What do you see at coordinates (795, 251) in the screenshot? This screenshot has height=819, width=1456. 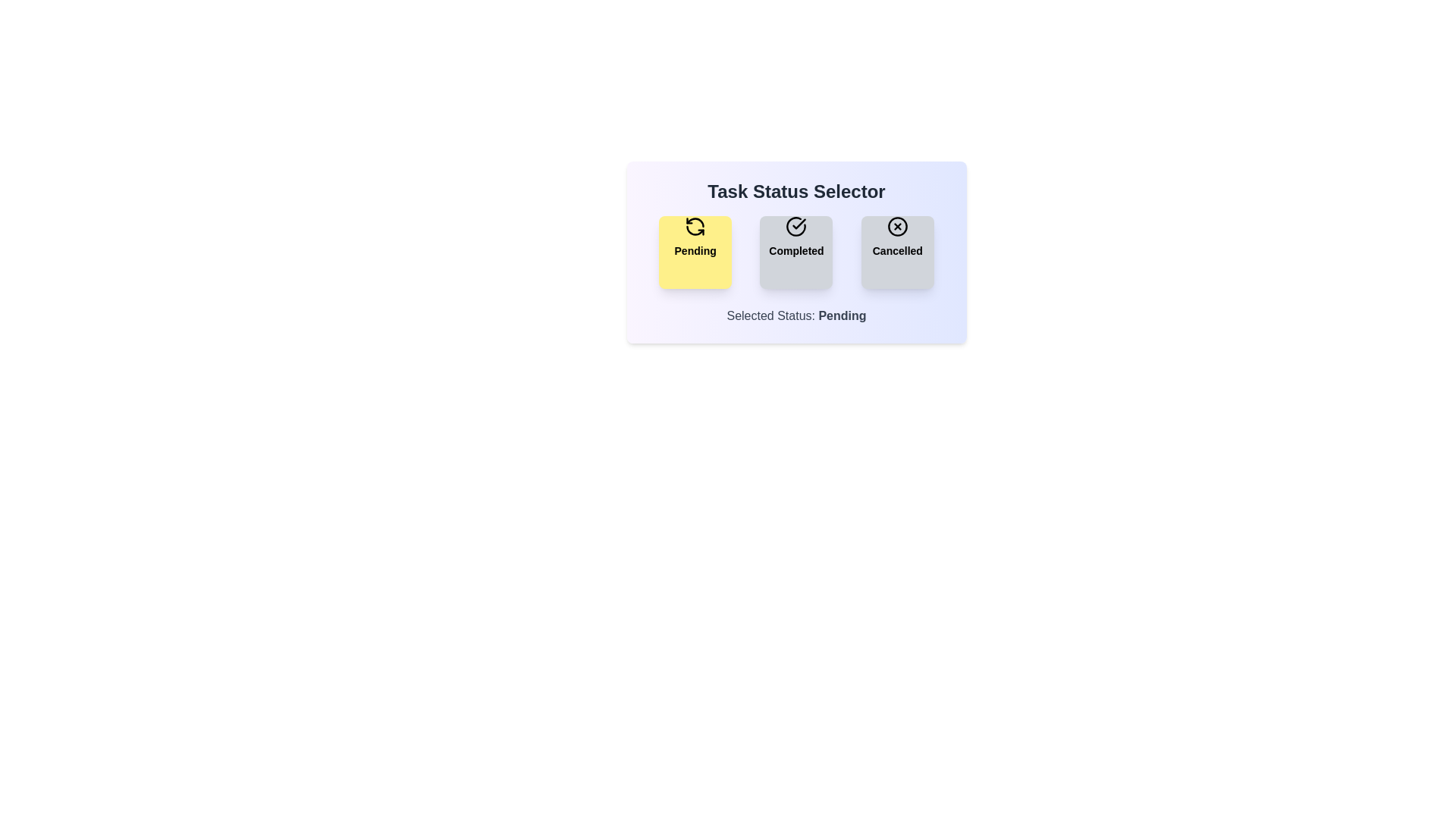 I see `the 'Completed' button to activate it` at bounding box center [795, 251].